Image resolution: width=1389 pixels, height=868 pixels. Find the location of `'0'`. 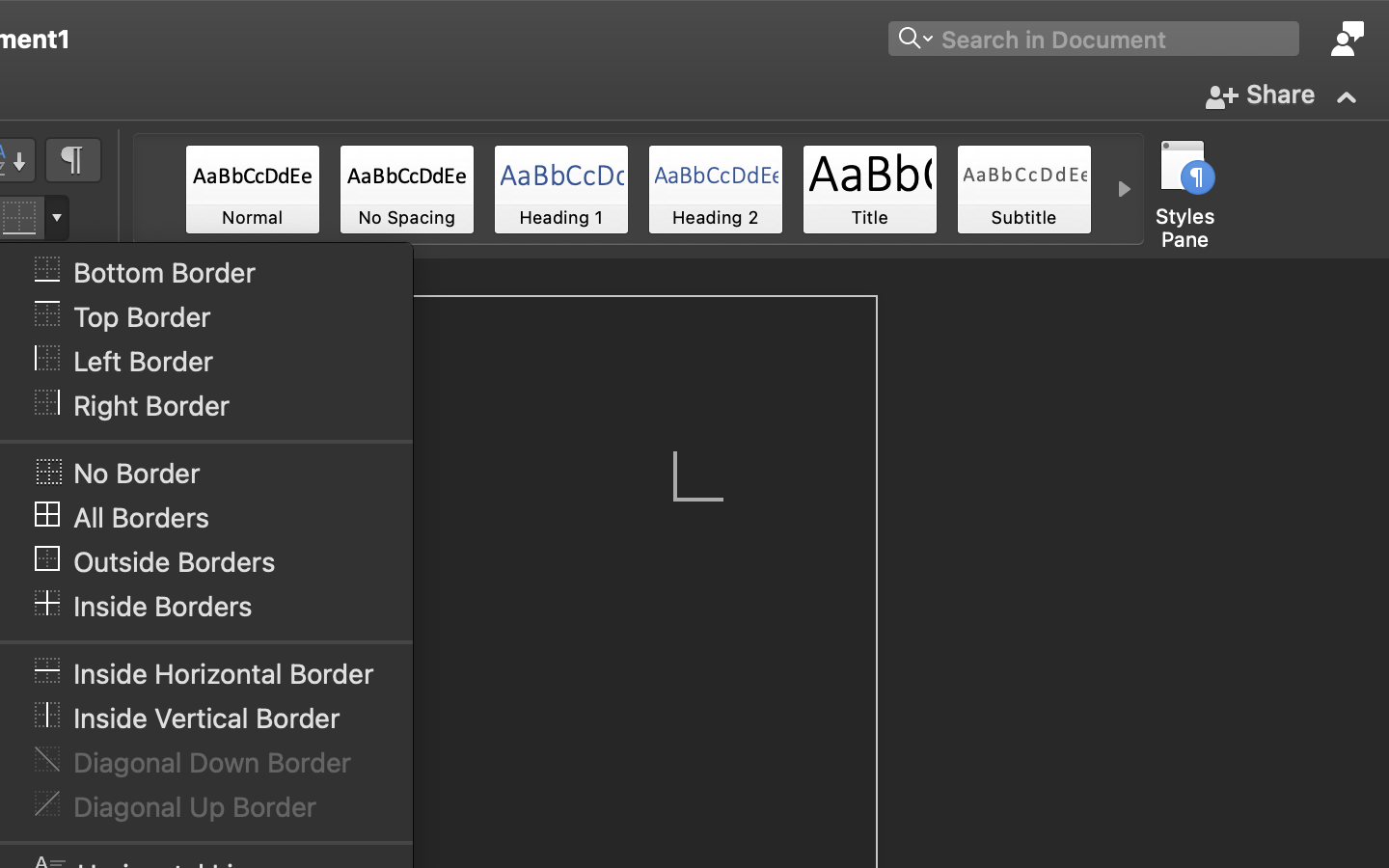

'0' is located at coordinates (251, 189).